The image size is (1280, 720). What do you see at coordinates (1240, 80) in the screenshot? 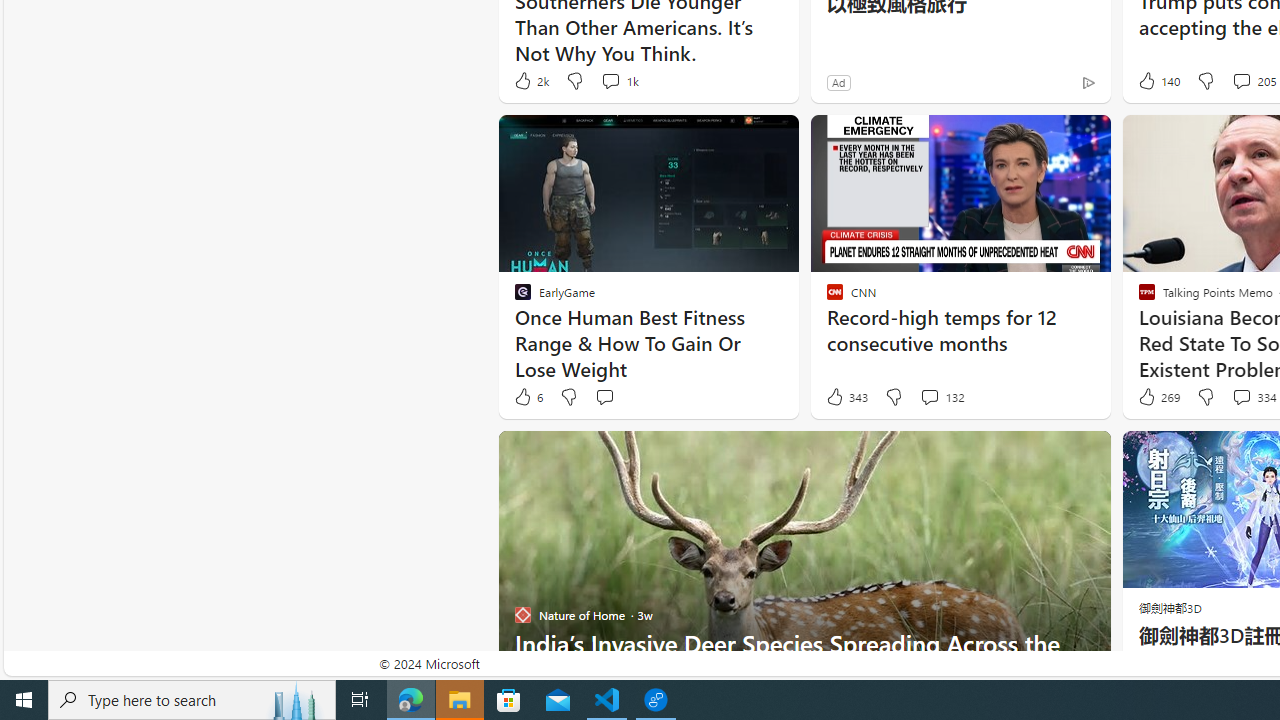
I see `'View comments 205 Comment'` at bounding box center [1240, 80].